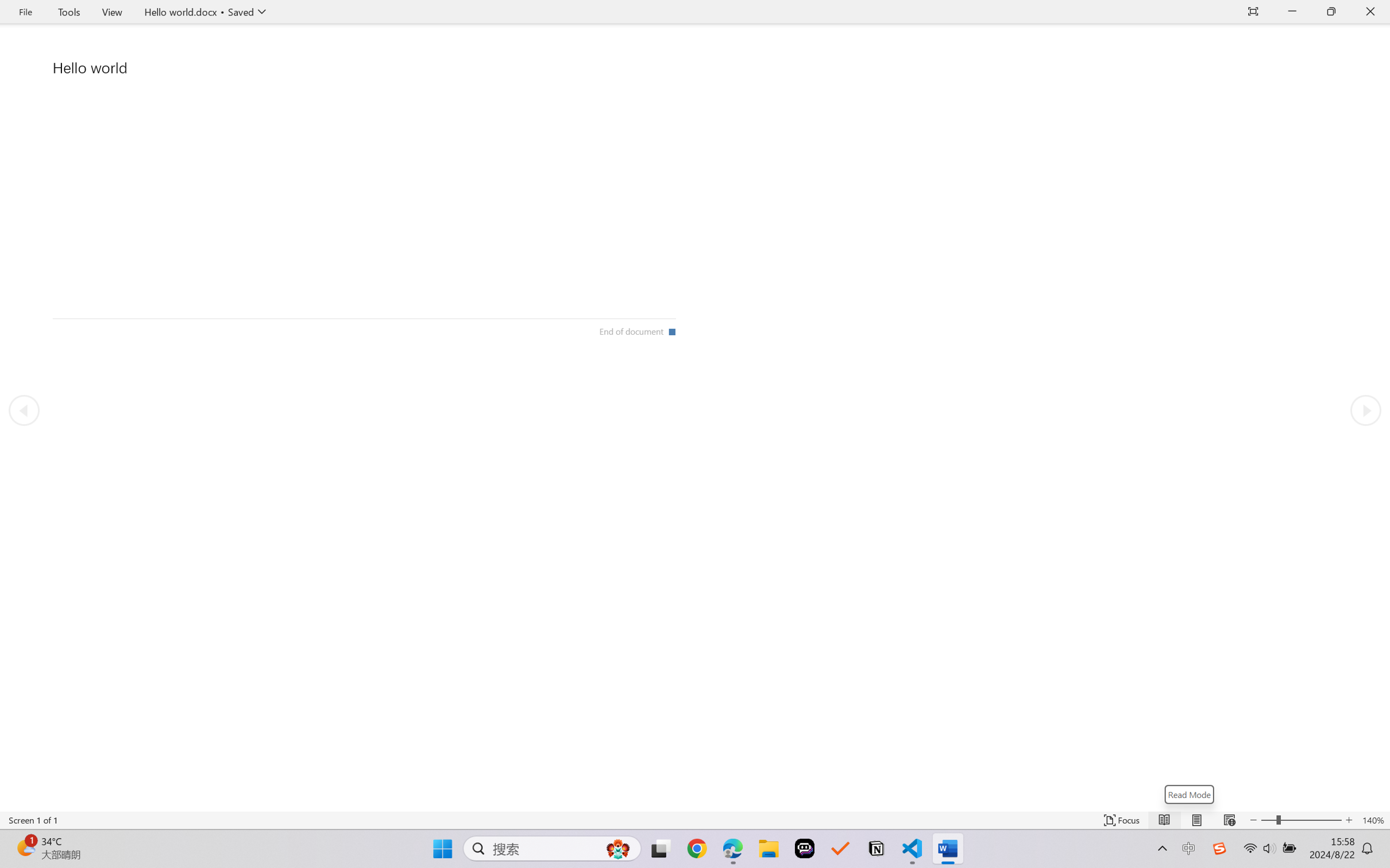 The width and height of the screenshot is (1390, 868). I want to click on 'File Tab', so click(25, 11).